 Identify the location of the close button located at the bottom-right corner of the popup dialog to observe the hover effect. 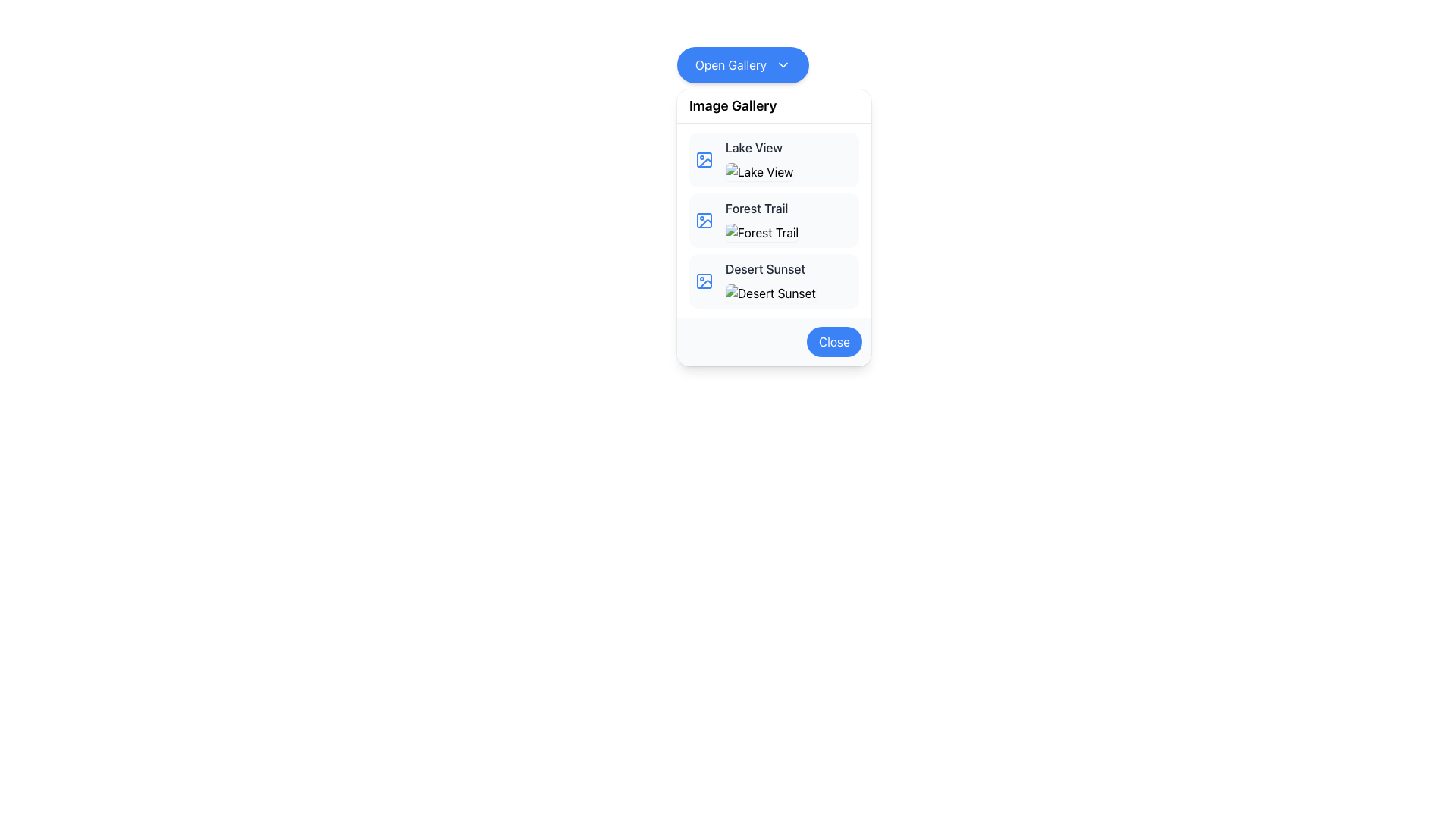
(833, 342).